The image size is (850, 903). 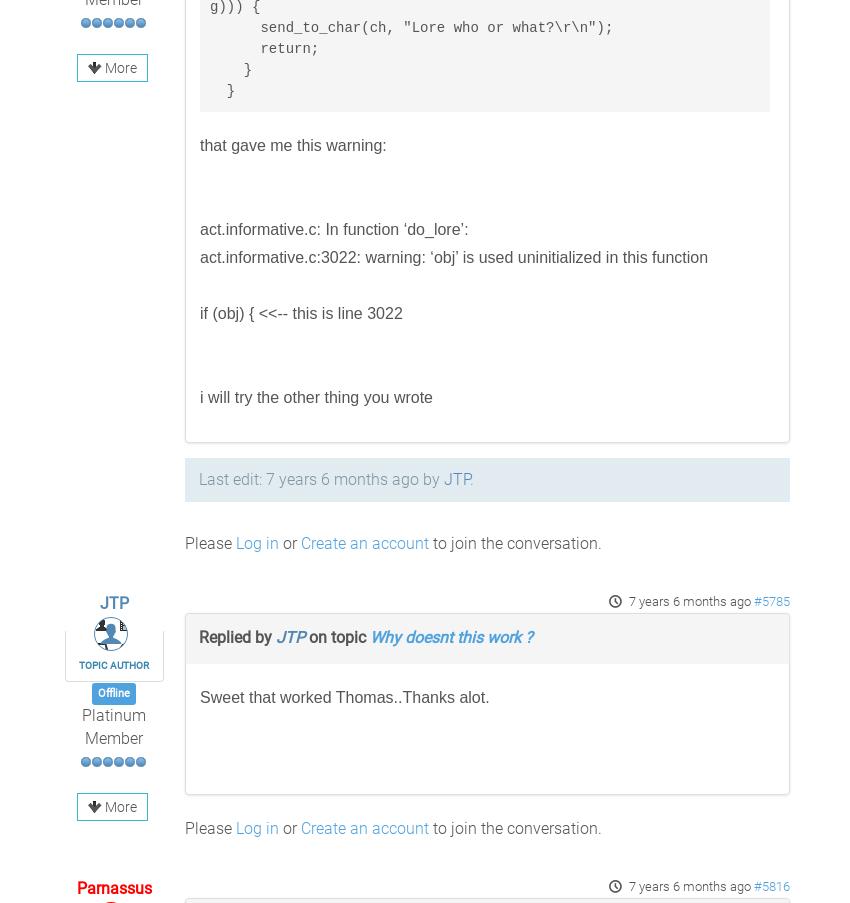 What do you see at coordinates (472, 479) in the screenshot?
I see `'.'` at bounding box center [472, 479].